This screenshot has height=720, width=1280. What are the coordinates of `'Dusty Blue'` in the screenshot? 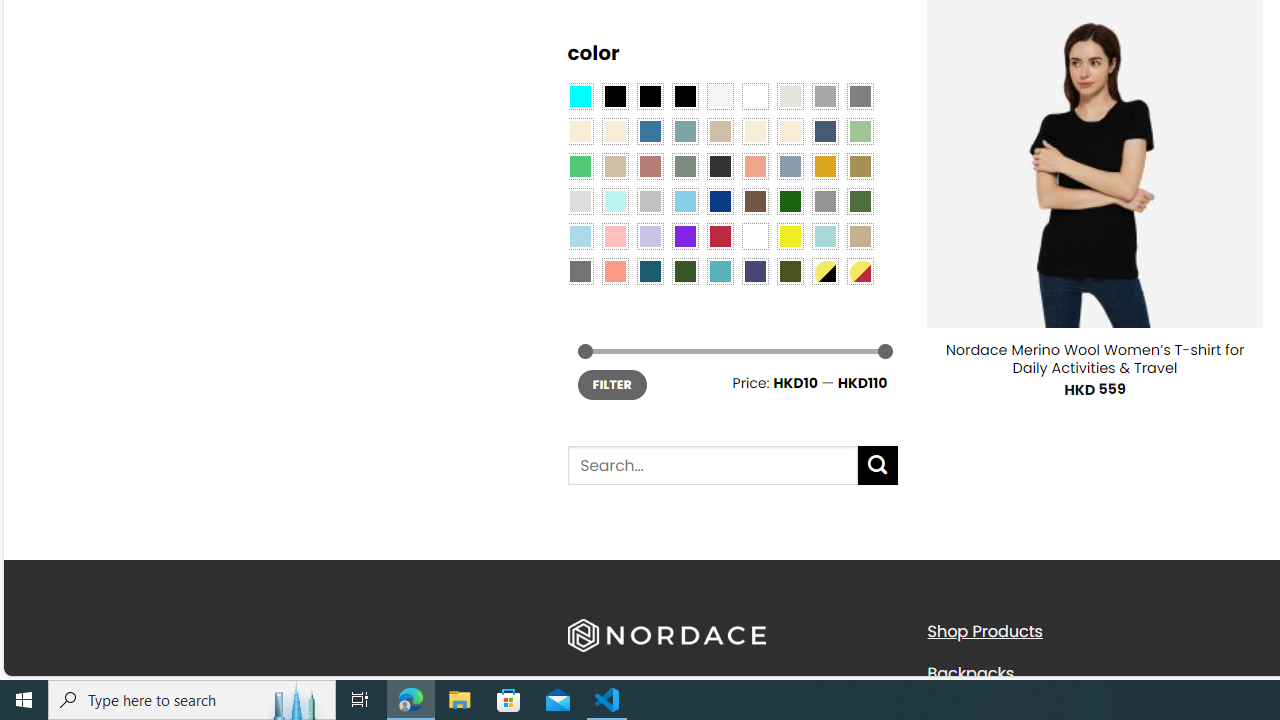 It's located at (788, 164).